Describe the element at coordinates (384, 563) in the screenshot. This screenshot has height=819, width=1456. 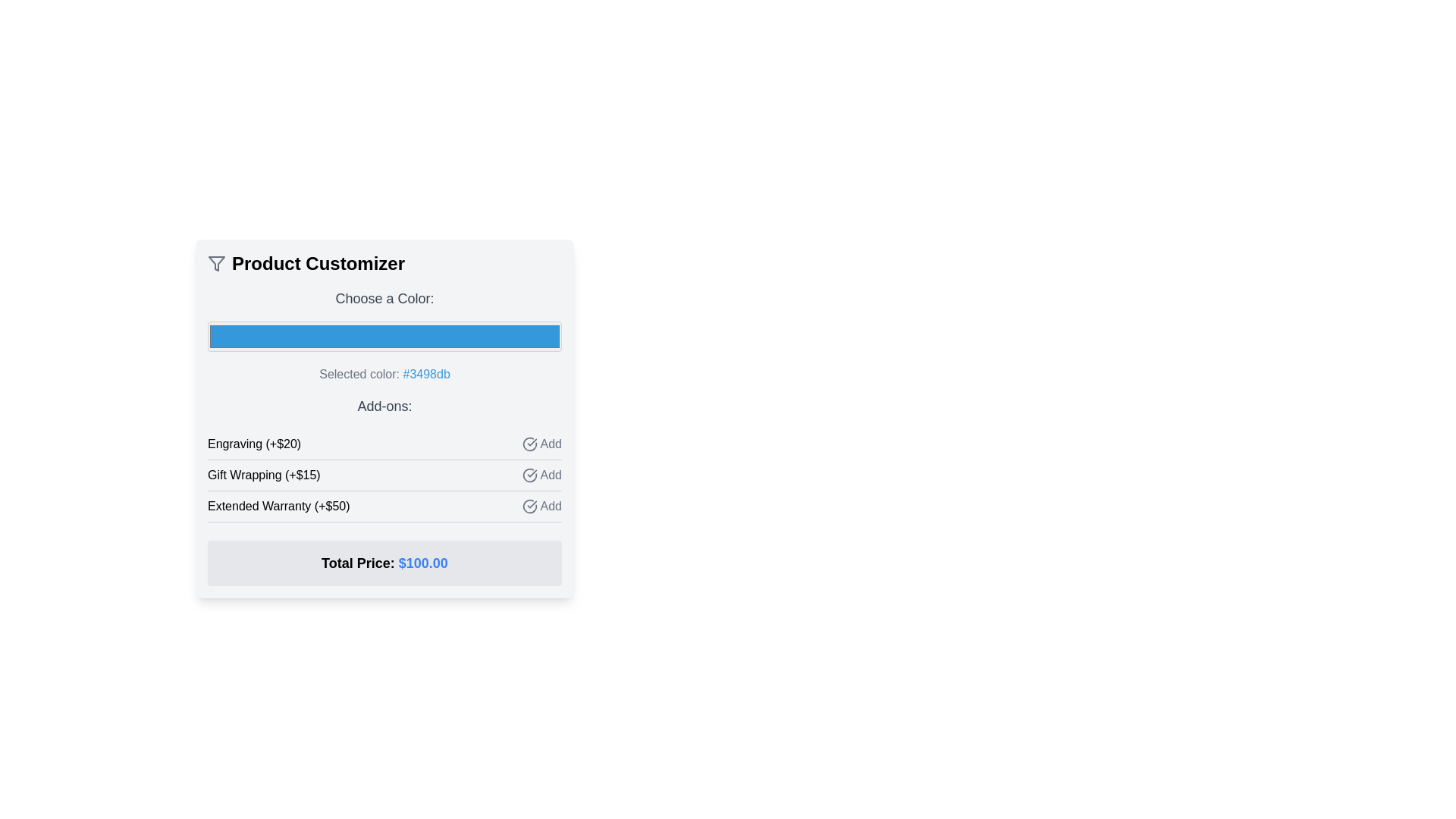
I see `the Text Label displaying the total calculated price of the selected items, located at the bottom of the product customization widget, which shows '$100.00'` at that location.